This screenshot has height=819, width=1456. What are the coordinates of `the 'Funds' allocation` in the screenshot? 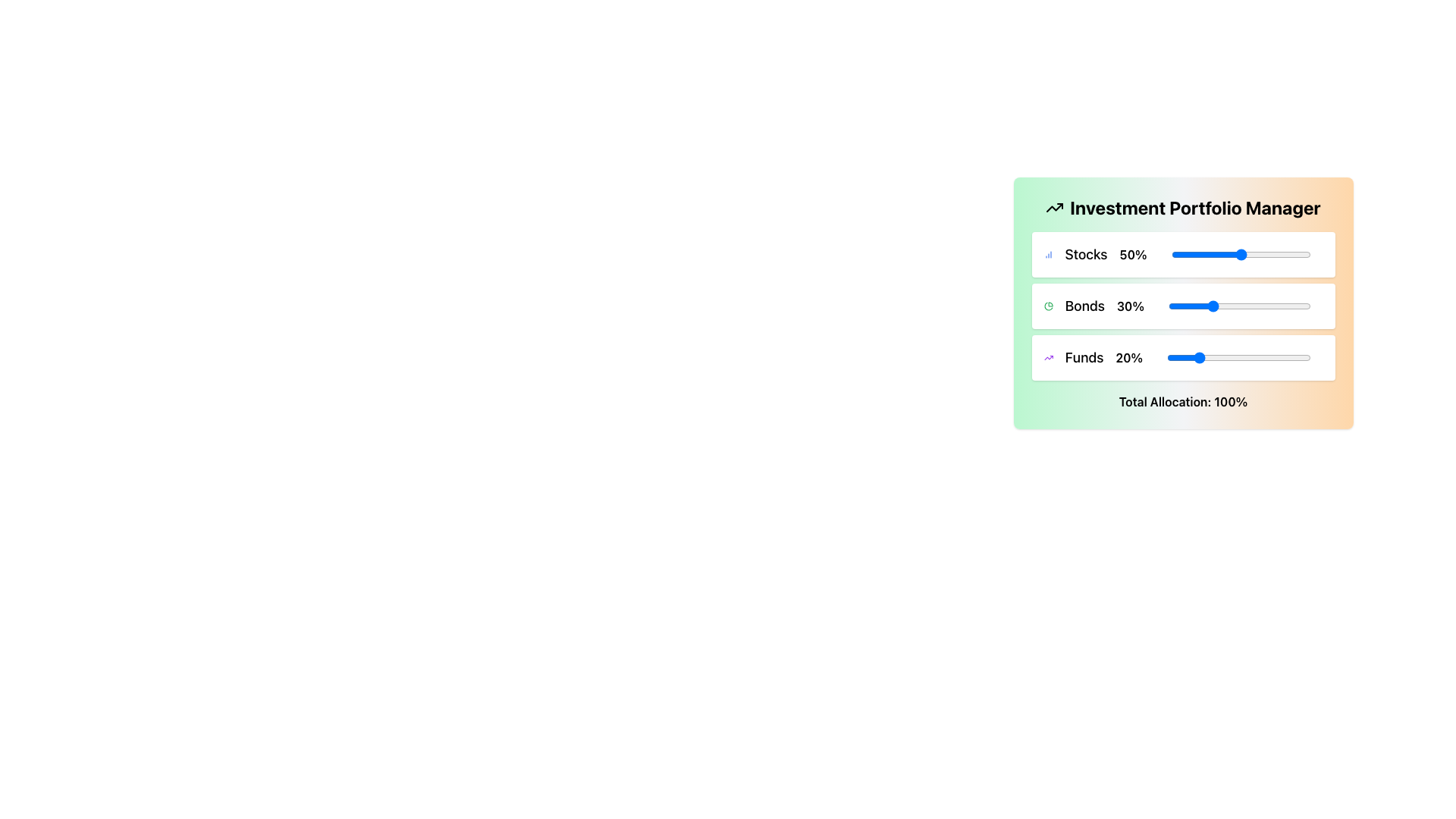 It's located at (1195, 357).